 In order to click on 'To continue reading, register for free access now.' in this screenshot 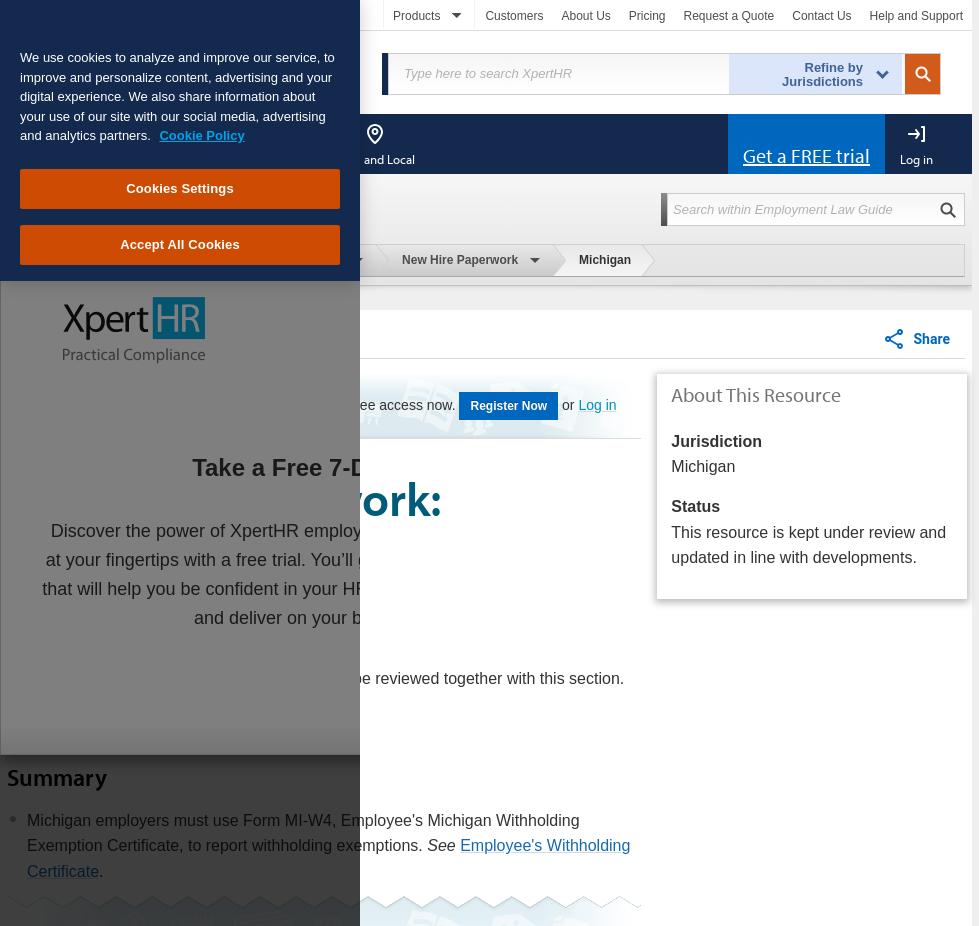, I will do `click(302, 404)`.